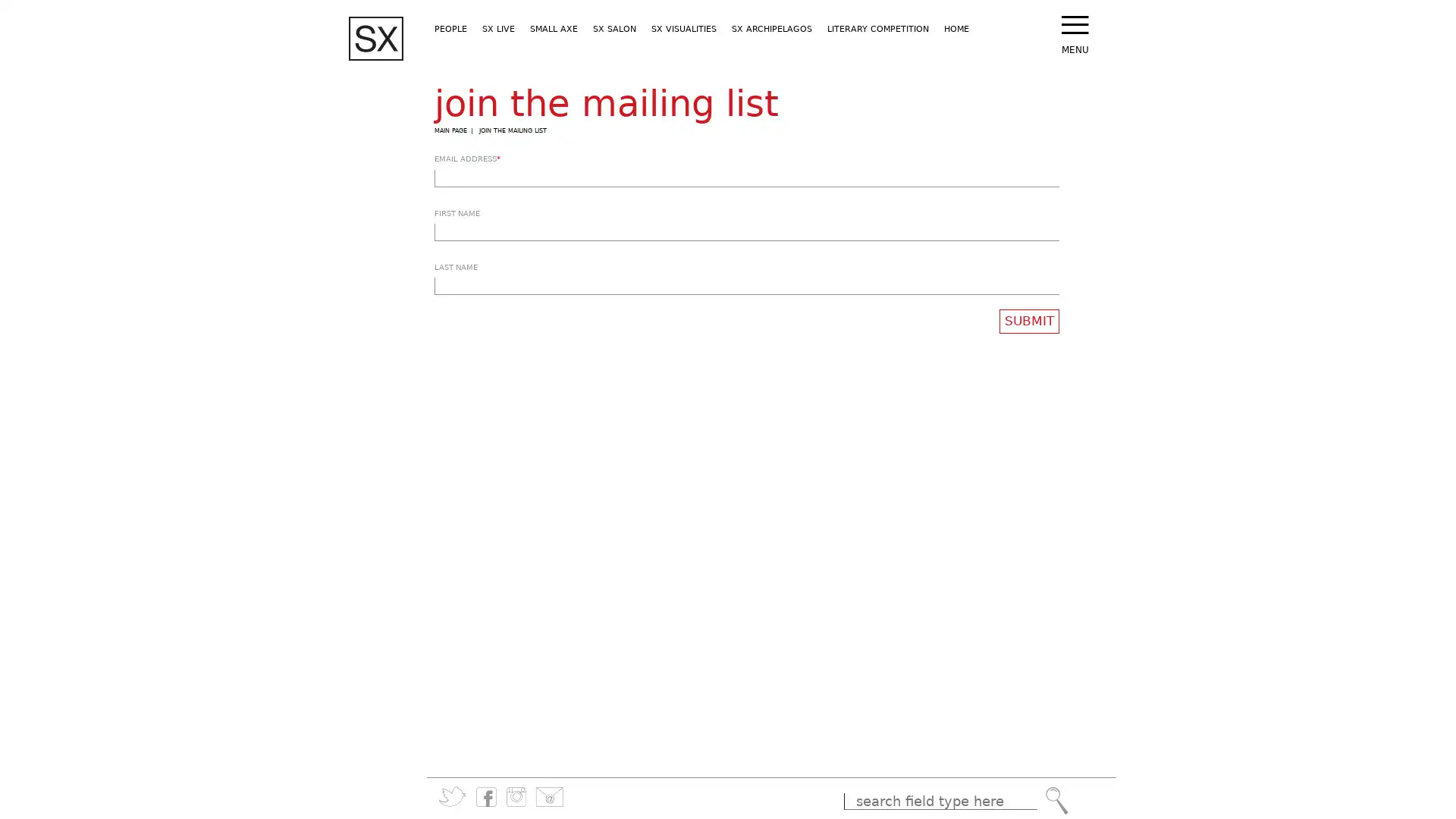 The width and height of the screenshot is (1456, 819). I want to click on SUBMIT, so click(1029, 320).